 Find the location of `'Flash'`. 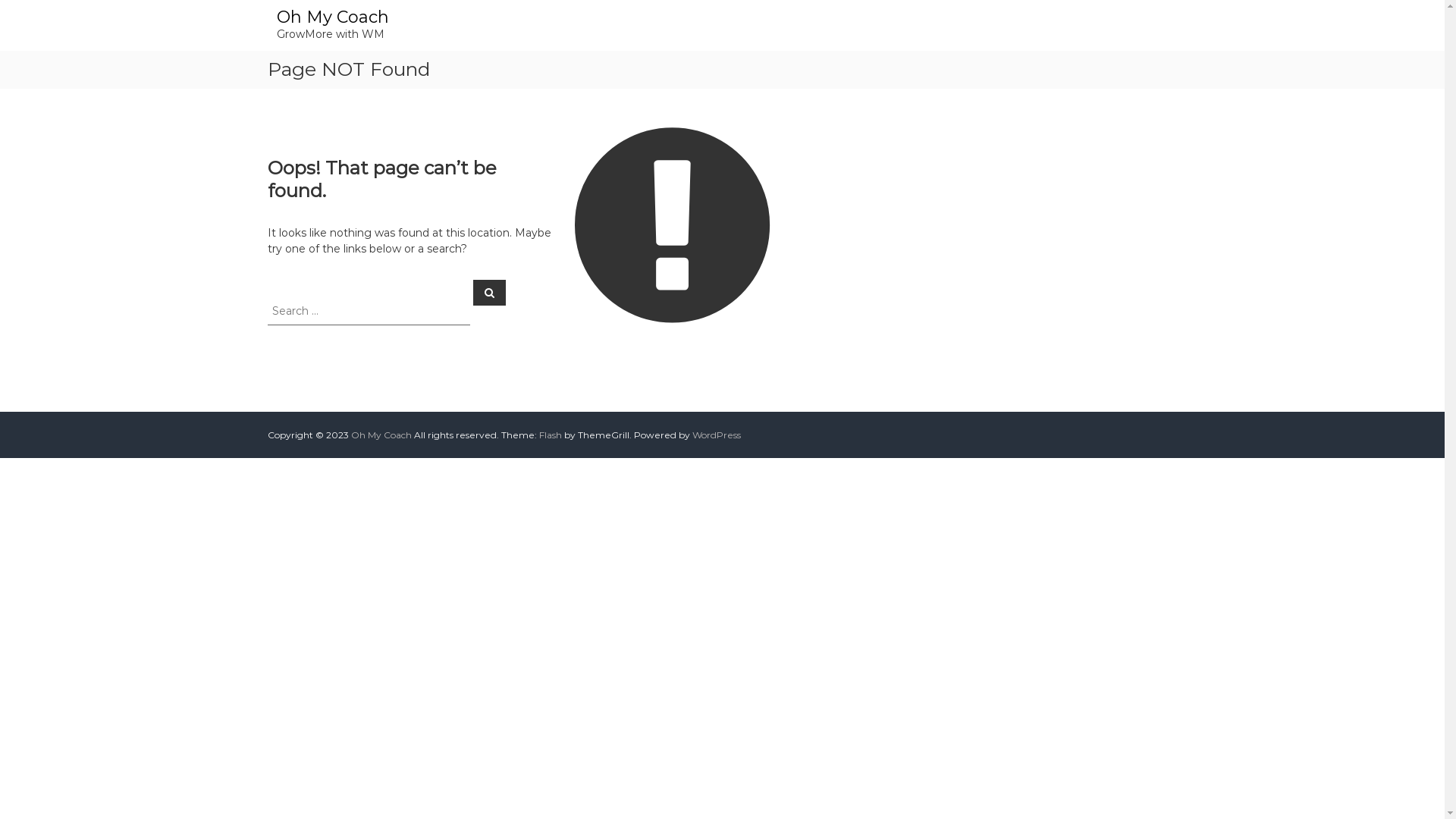

'Flash' is located at coordinates (548, 435).